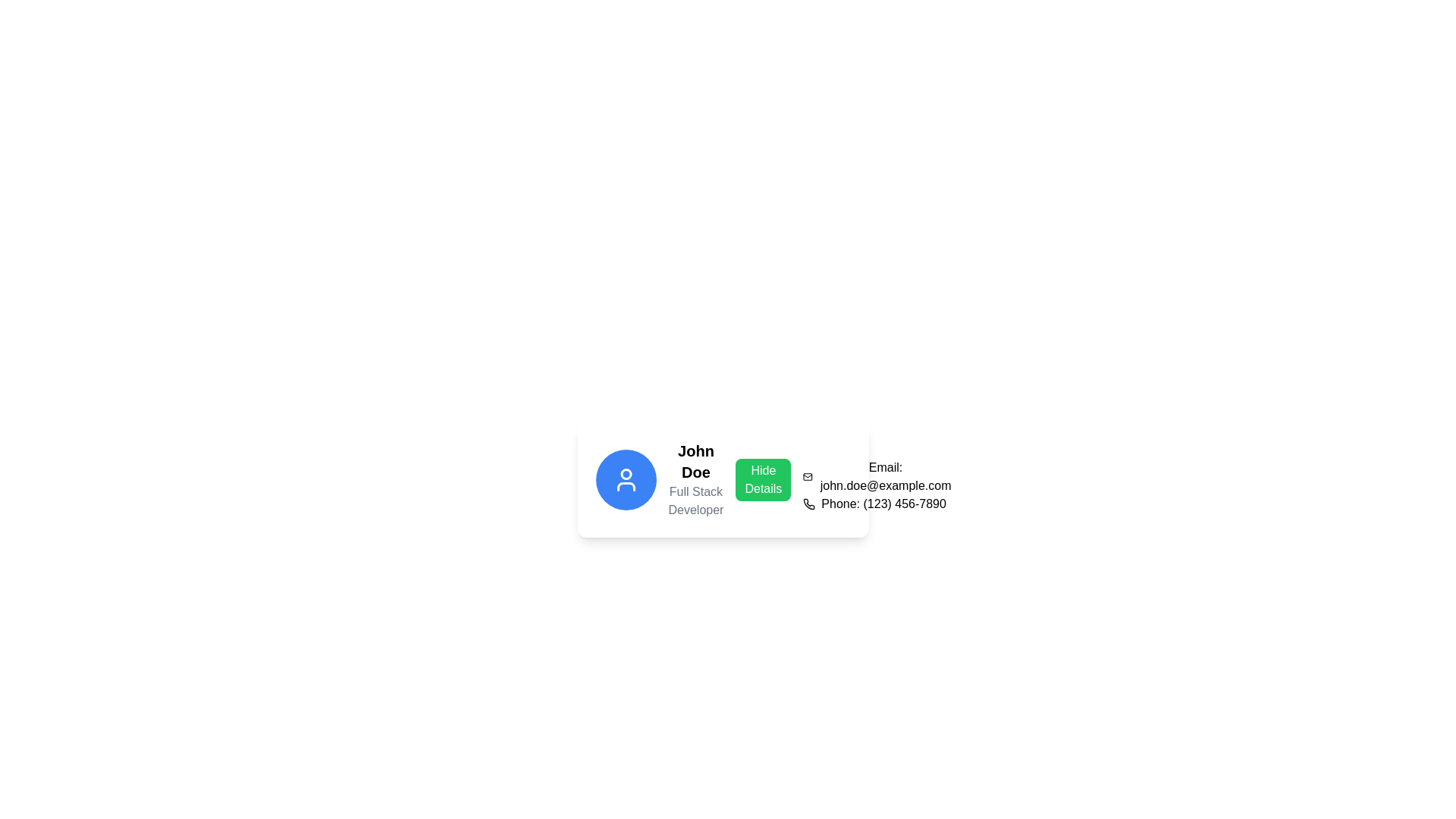  What do you see at coordinates (808, 504) in the screenshot?
I see `the telephone icon located at the bottom-center of the layout, which visually represents a contact phone and is adjacent to a phone number` at bounding box center [808, 504].